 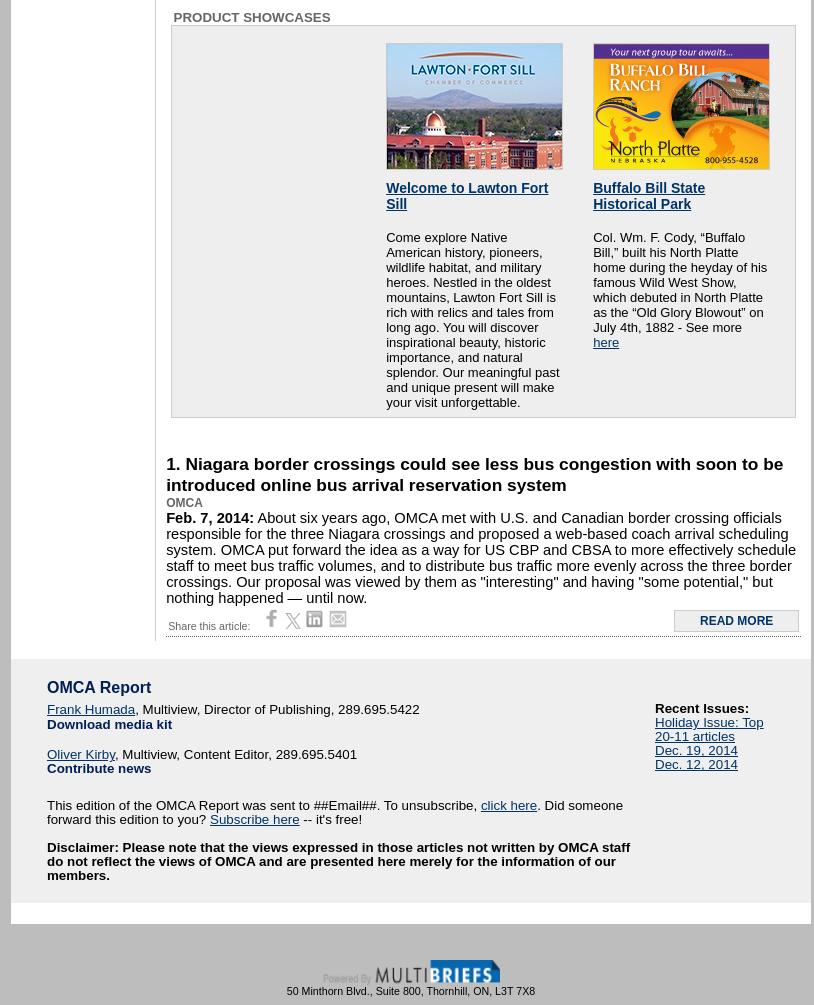 What do you see at coordinates (701, 708) in the screenshot?
I see `'Recent Issues:'` at bounding box center [701, 708].